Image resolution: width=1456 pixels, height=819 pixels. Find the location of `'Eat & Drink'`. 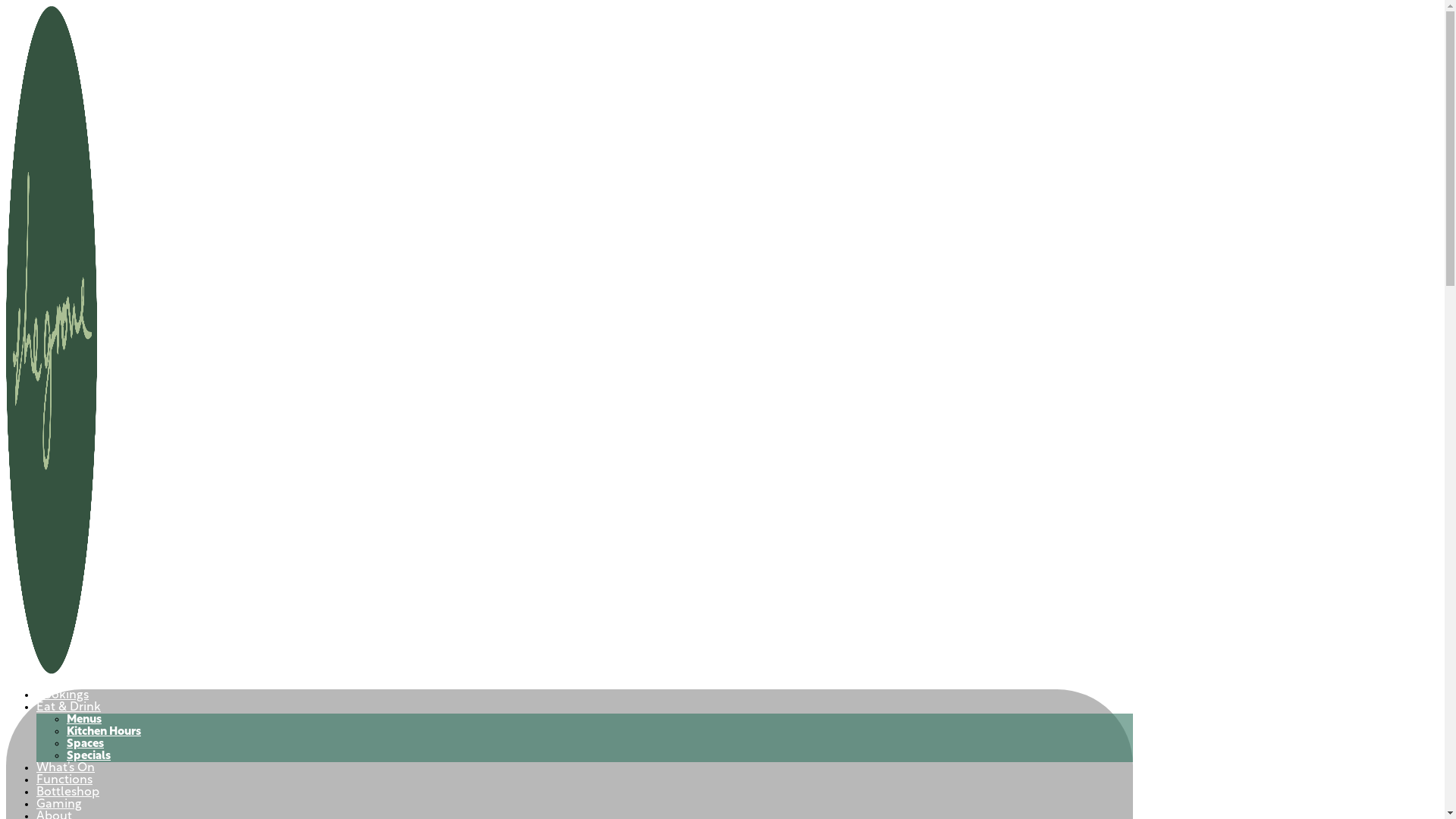

'Eat & Drink' is located at coordinates (67, 708).